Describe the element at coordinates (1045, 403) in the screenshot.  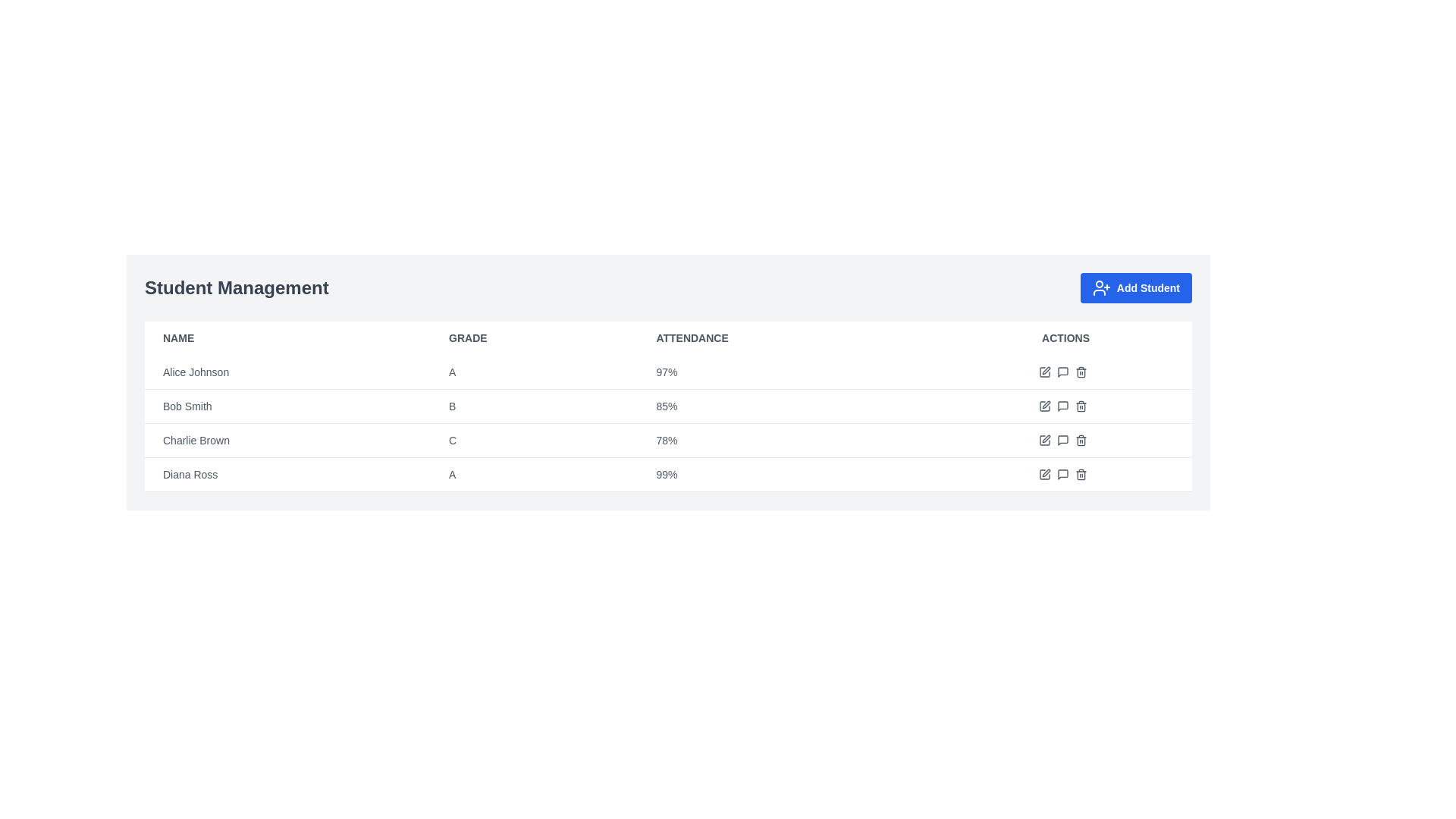
I see `the edit icon button resembling a pen in the Actions column for the entry labeled 'Bob Smith' to initiate editing the row` at that location.